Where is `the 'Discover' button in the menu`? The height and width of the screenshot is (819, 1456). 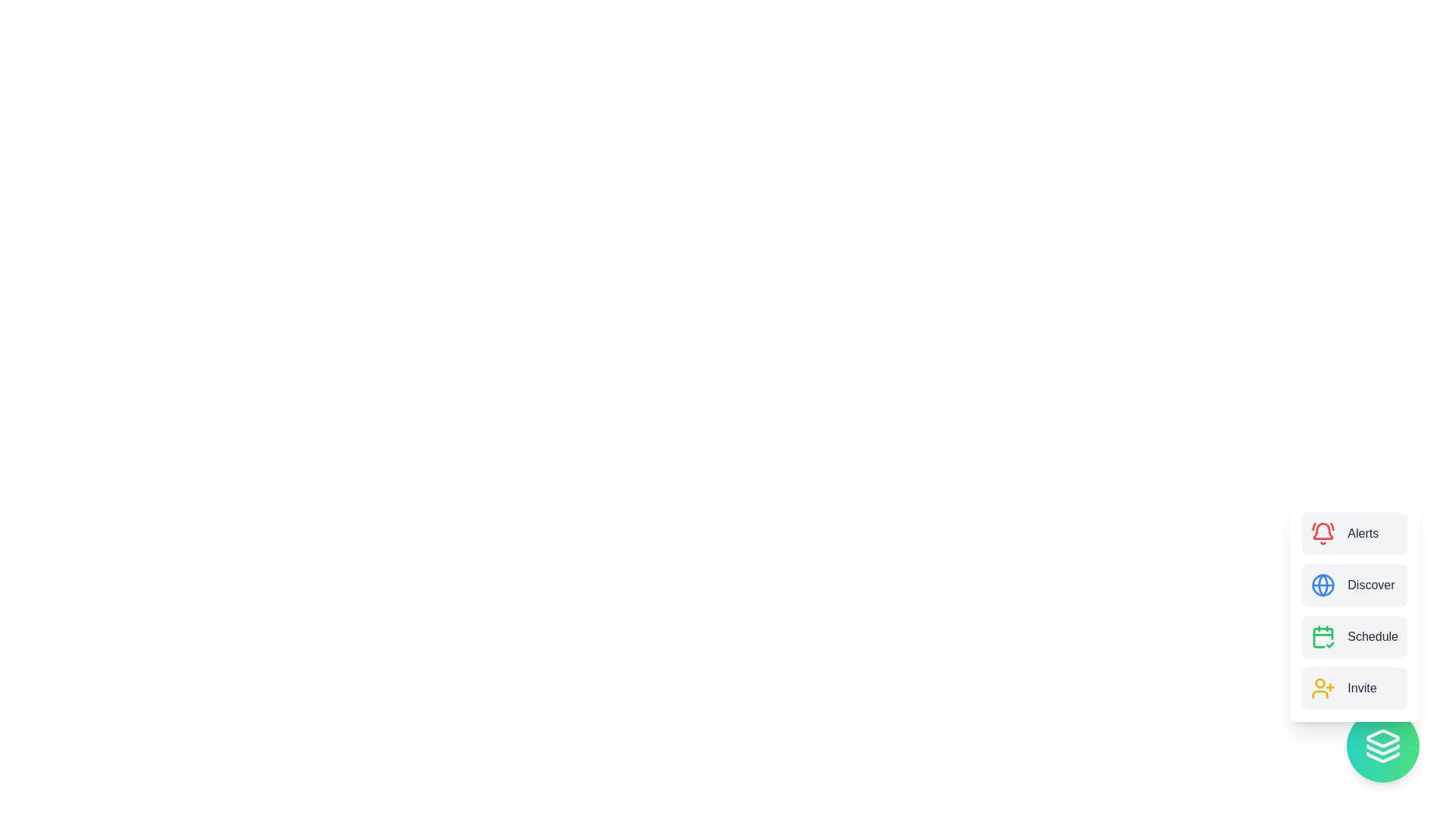
the 'Discover' button in the menu is located at coordinates (1354, 584).